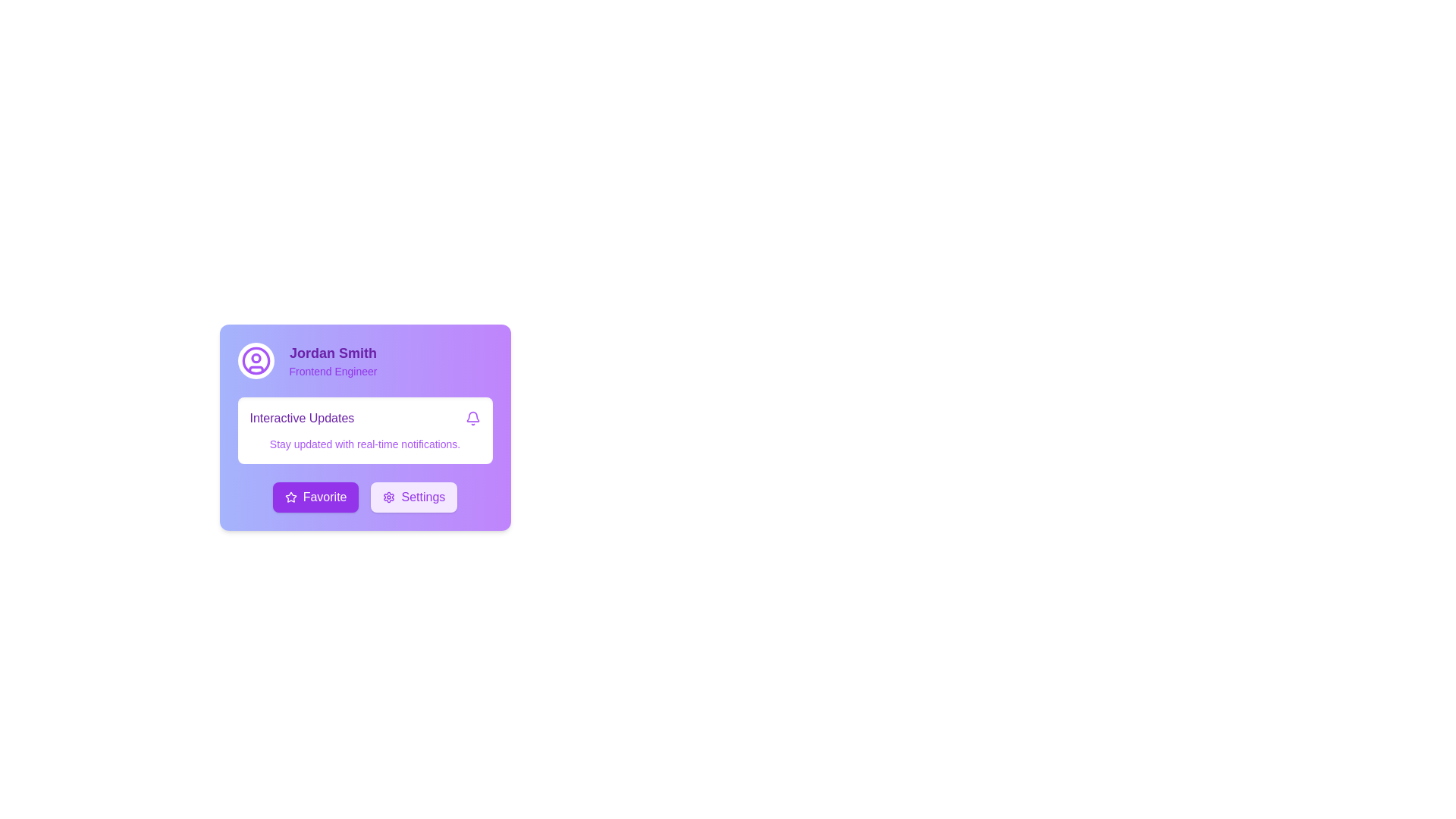 This screenshot has width=1456, height=819. I want to click on the settings button located in the footer section of the card-like component, so click(414, 497).